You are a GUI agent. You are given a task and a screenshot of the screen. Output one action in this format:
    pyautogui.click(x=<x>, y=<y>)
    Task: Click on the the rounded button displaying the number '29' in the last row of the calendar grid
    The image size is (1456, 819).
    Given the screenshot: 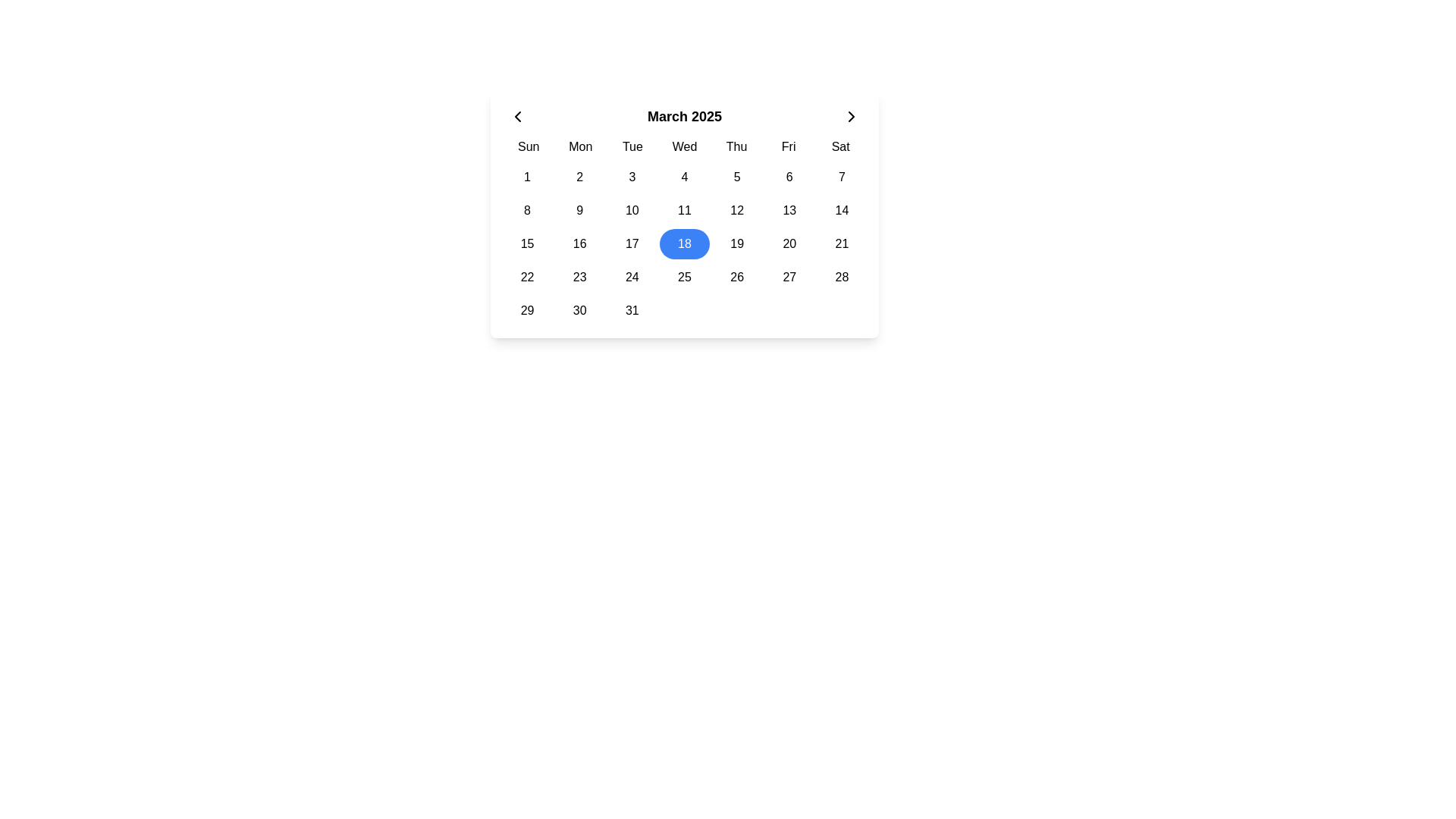 What is the action you would take?
    pyautogui.click(x=527, y=309)
    